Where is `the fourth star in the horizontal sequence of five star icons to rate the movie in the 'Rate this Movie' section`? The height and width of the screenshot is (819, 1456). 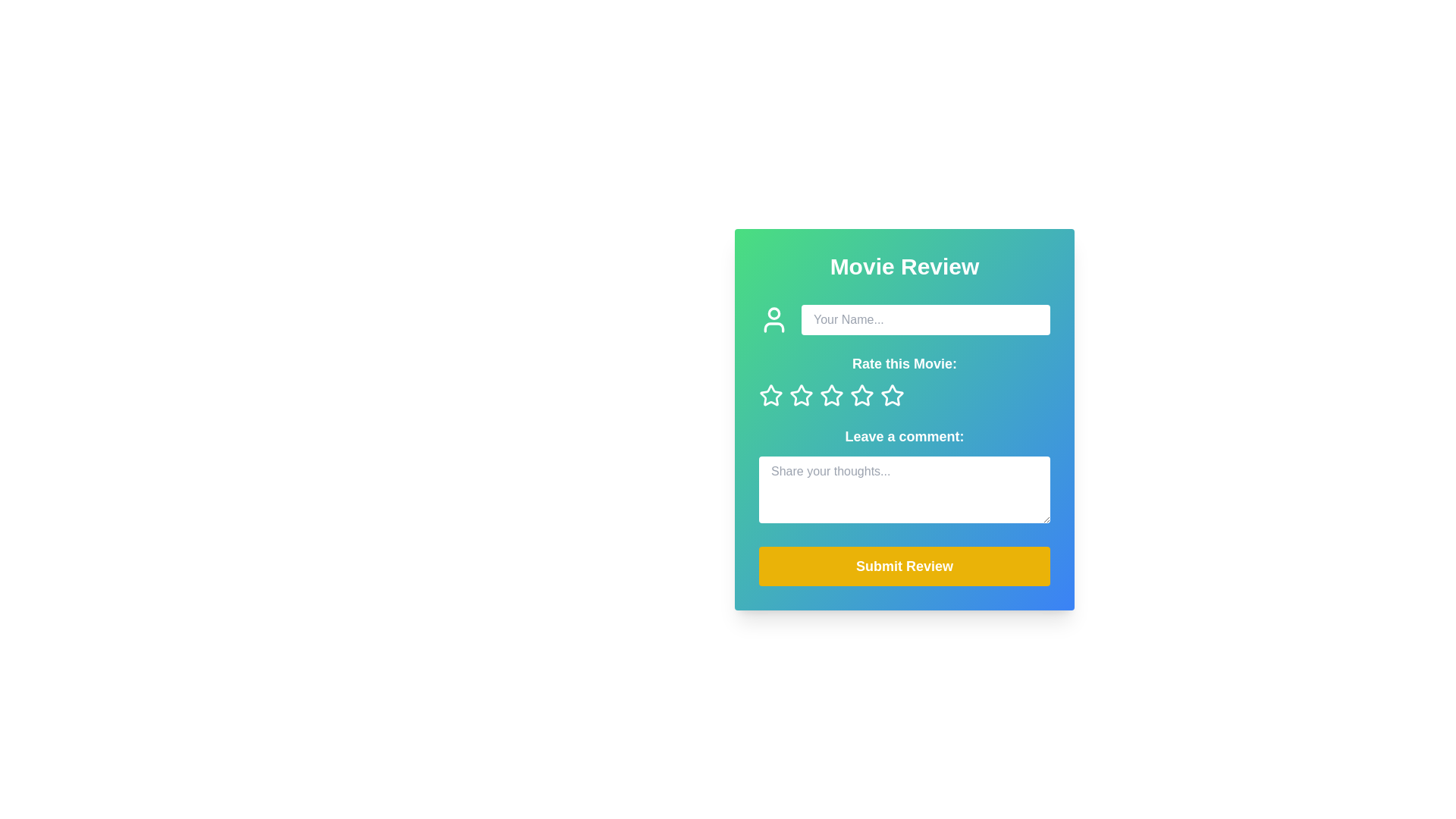
the fourth star in the horizontal sequence of five star icons to rate the movie in the 'Rate this Movie' section is located at coordinates (831, 394).